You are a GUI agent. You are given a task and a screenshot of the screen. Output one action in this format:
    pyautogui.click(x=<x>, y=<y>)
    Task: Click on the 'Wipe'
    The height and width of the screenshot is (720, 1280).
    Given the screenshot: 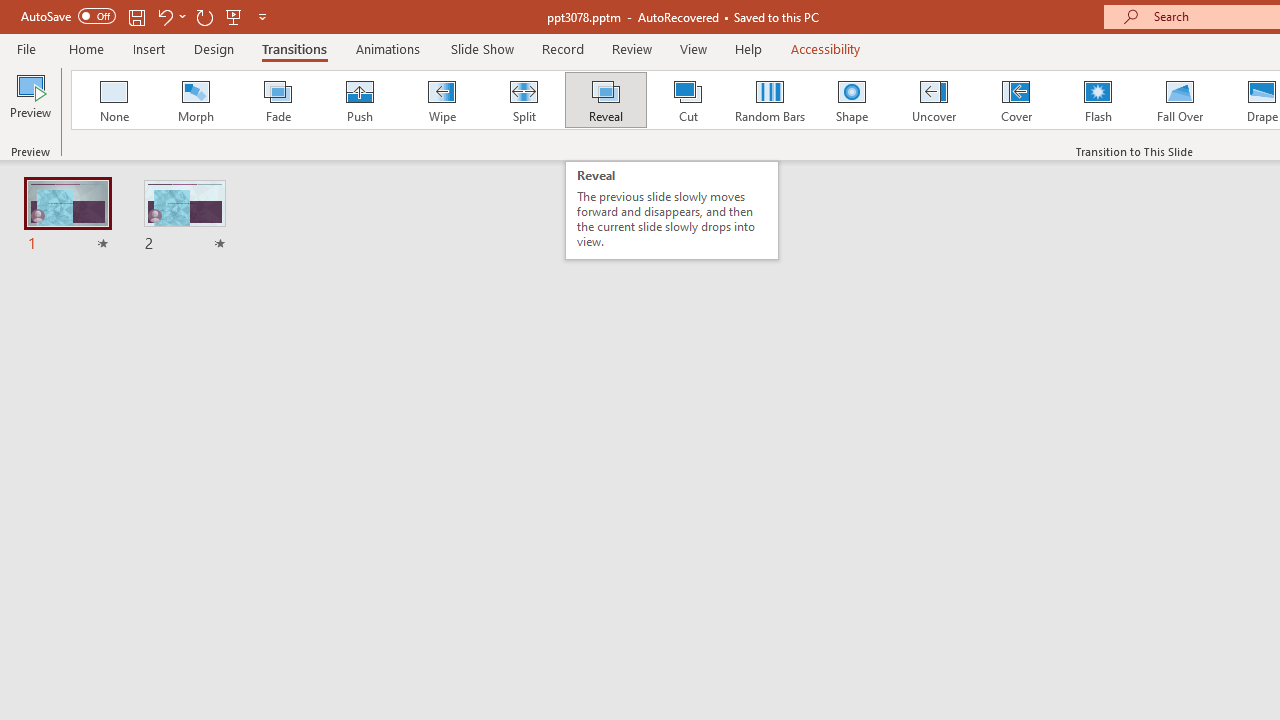 What is the action you would take?
    pyautogui.click(x=440, y=100)
    